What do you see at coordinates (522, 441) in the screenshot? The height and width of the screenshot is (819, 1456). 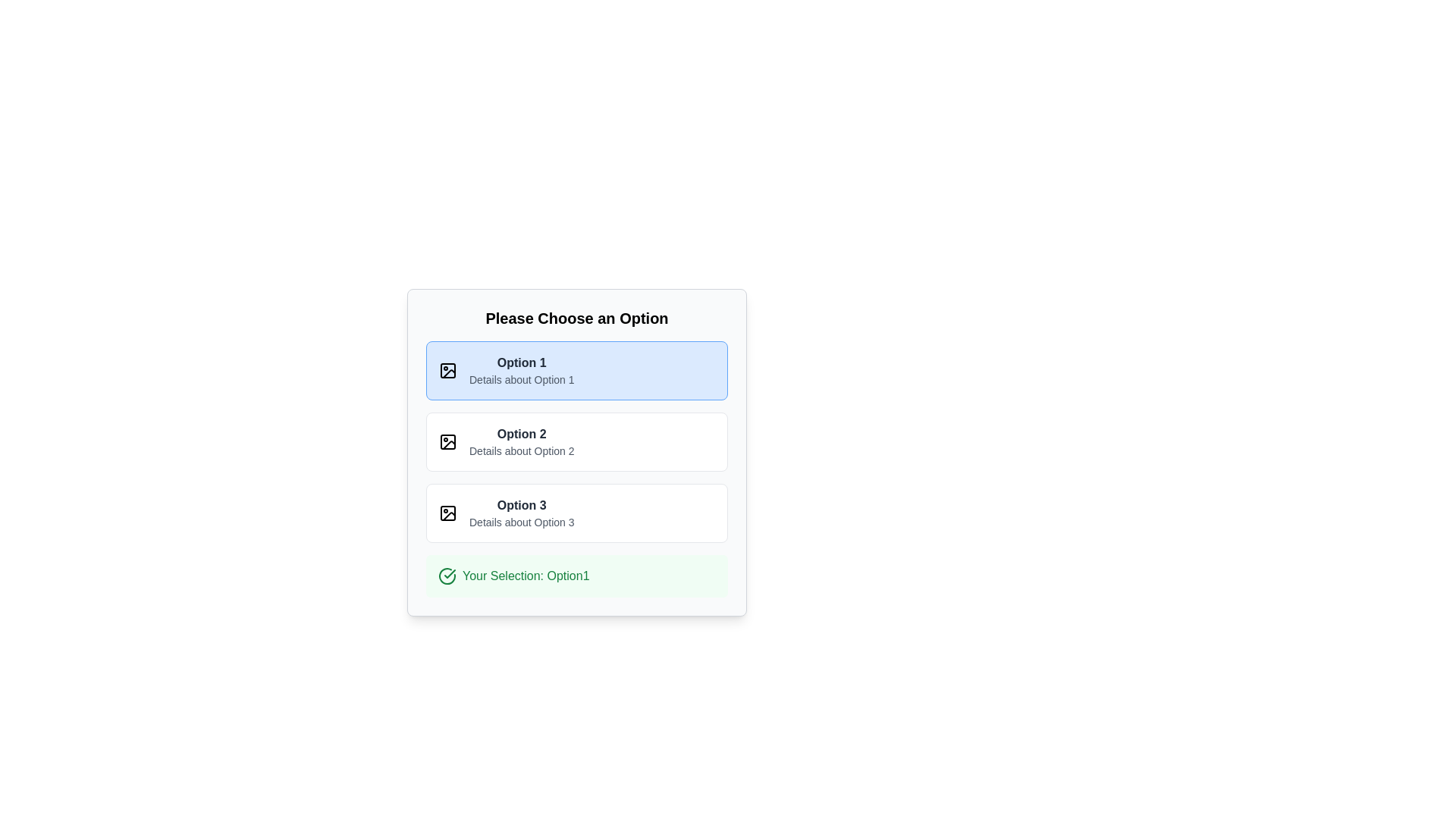 I see `the label or description text within the selectable card, located between 'Option 1' and 'Option 3'` at bounding box center [522, 441].